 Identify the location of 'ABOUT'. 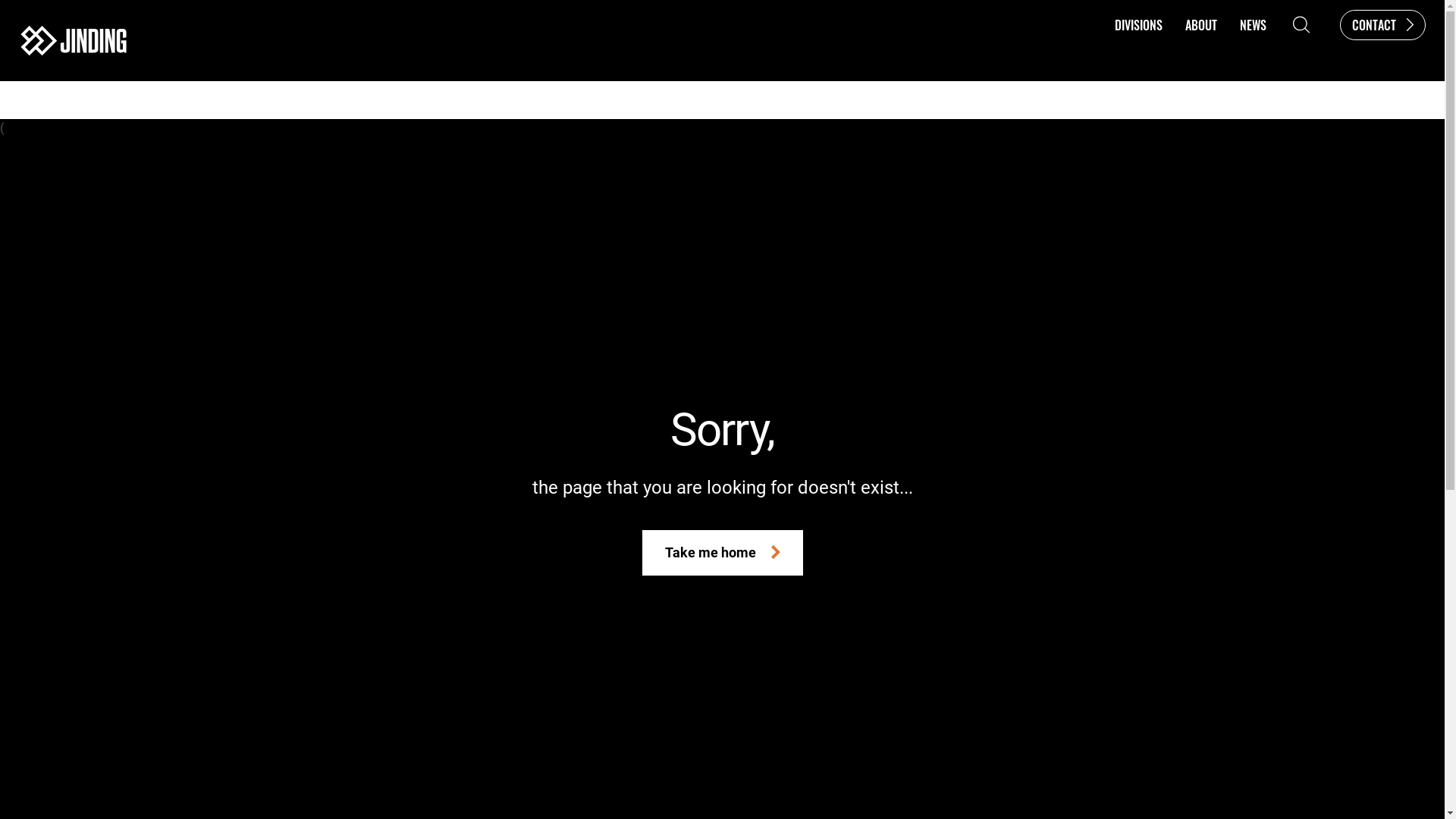
(1173, 24).